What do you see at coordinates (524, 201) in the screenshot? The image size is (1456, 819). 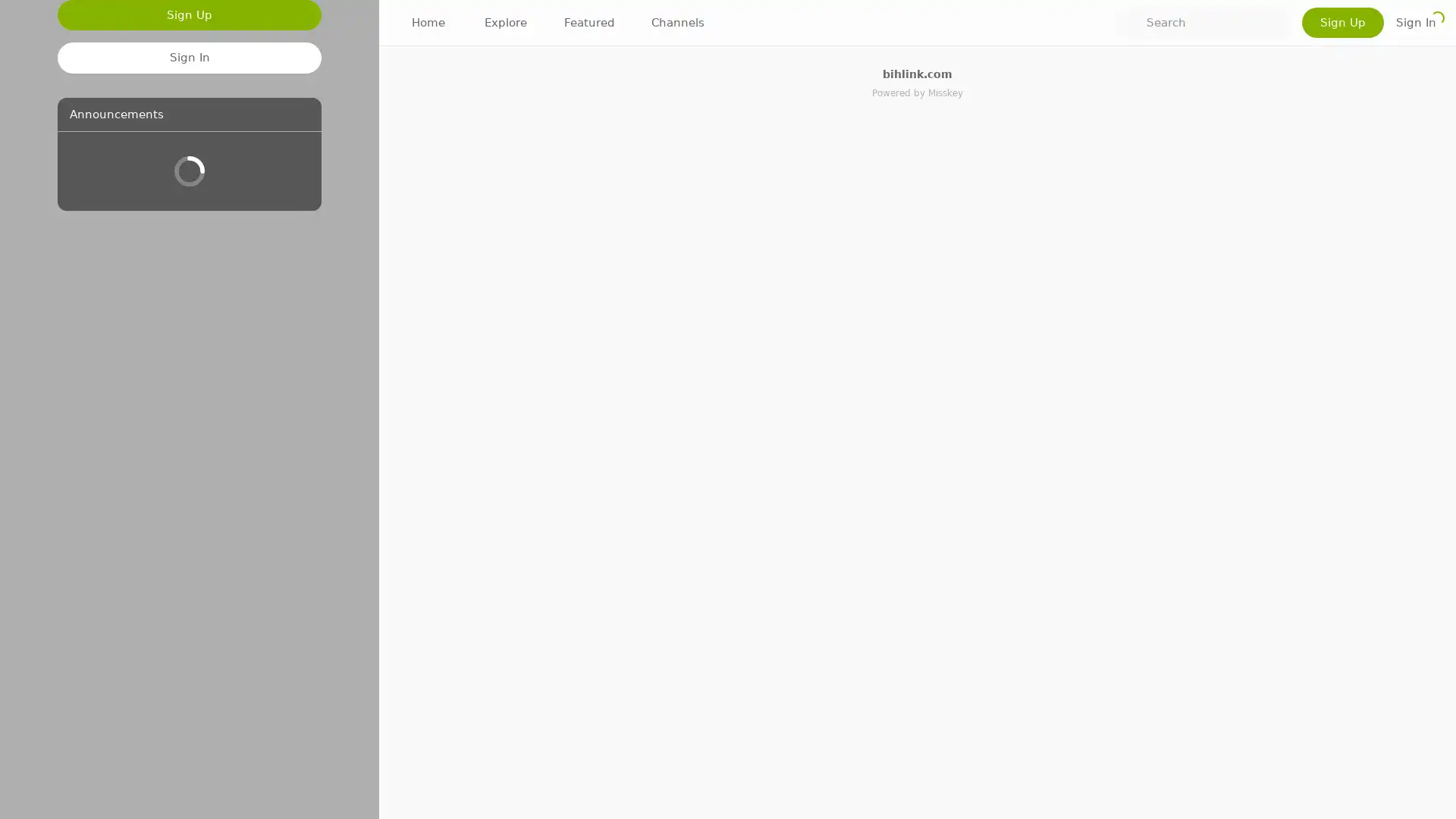 I see `1` at bounding box center [524, 201].